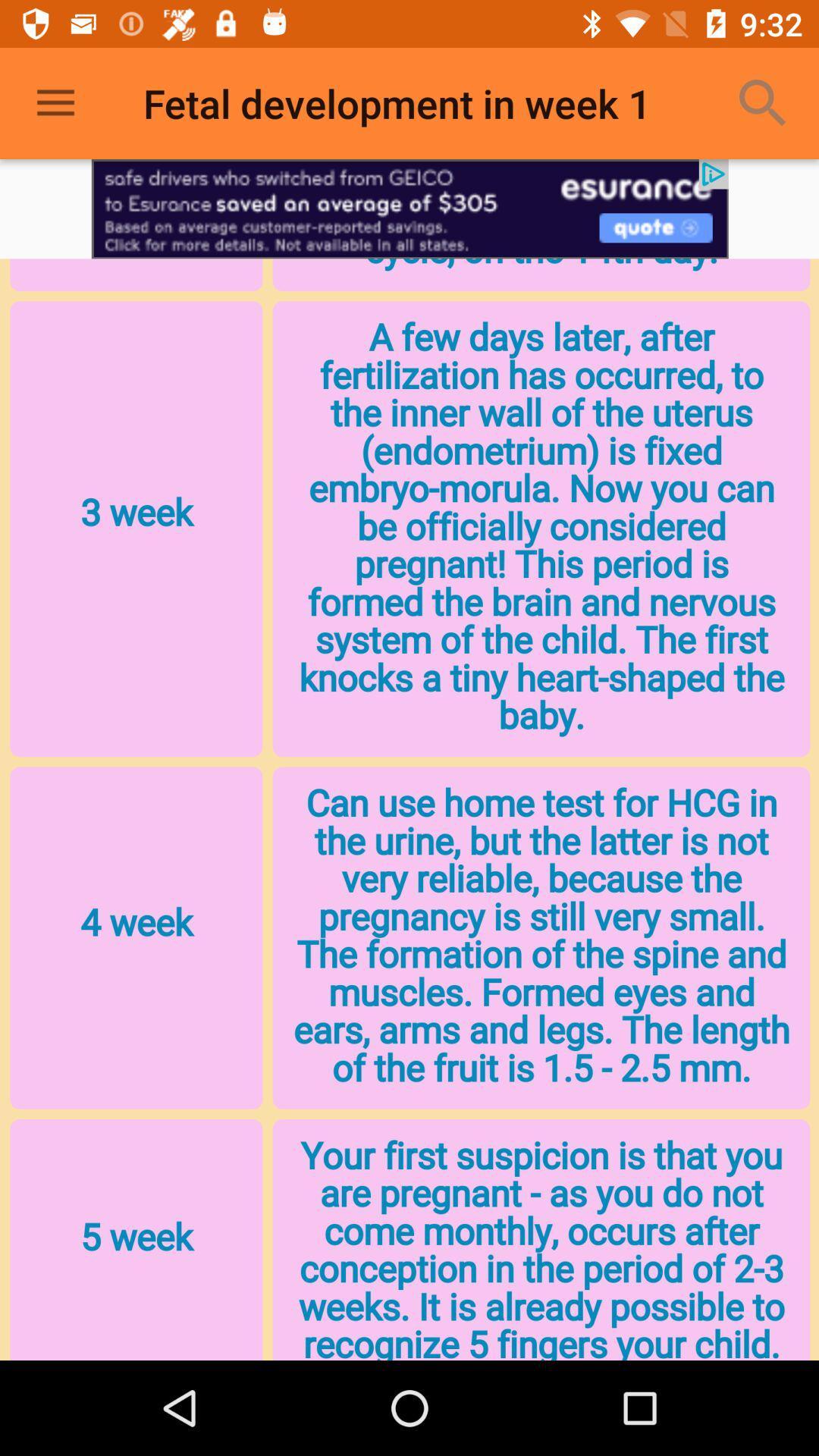 The height and width of the screenshot is (1456, 819). What do you see at coordinates (409, 208) in the screenshot?
I see `get quote` at bounding box center [409, 208].